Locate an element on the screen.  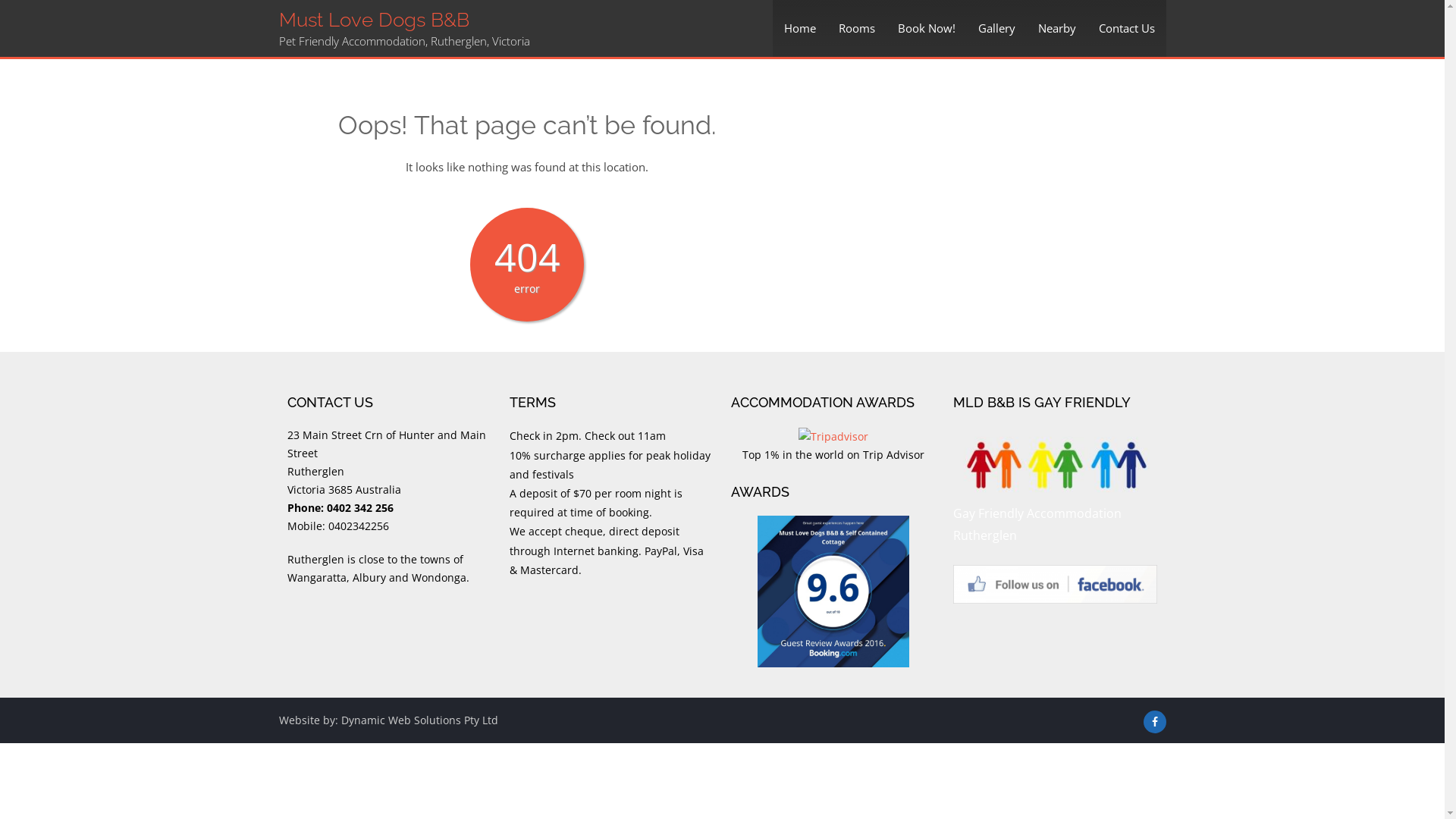
'Awards' is located at coordinates (832, 590).